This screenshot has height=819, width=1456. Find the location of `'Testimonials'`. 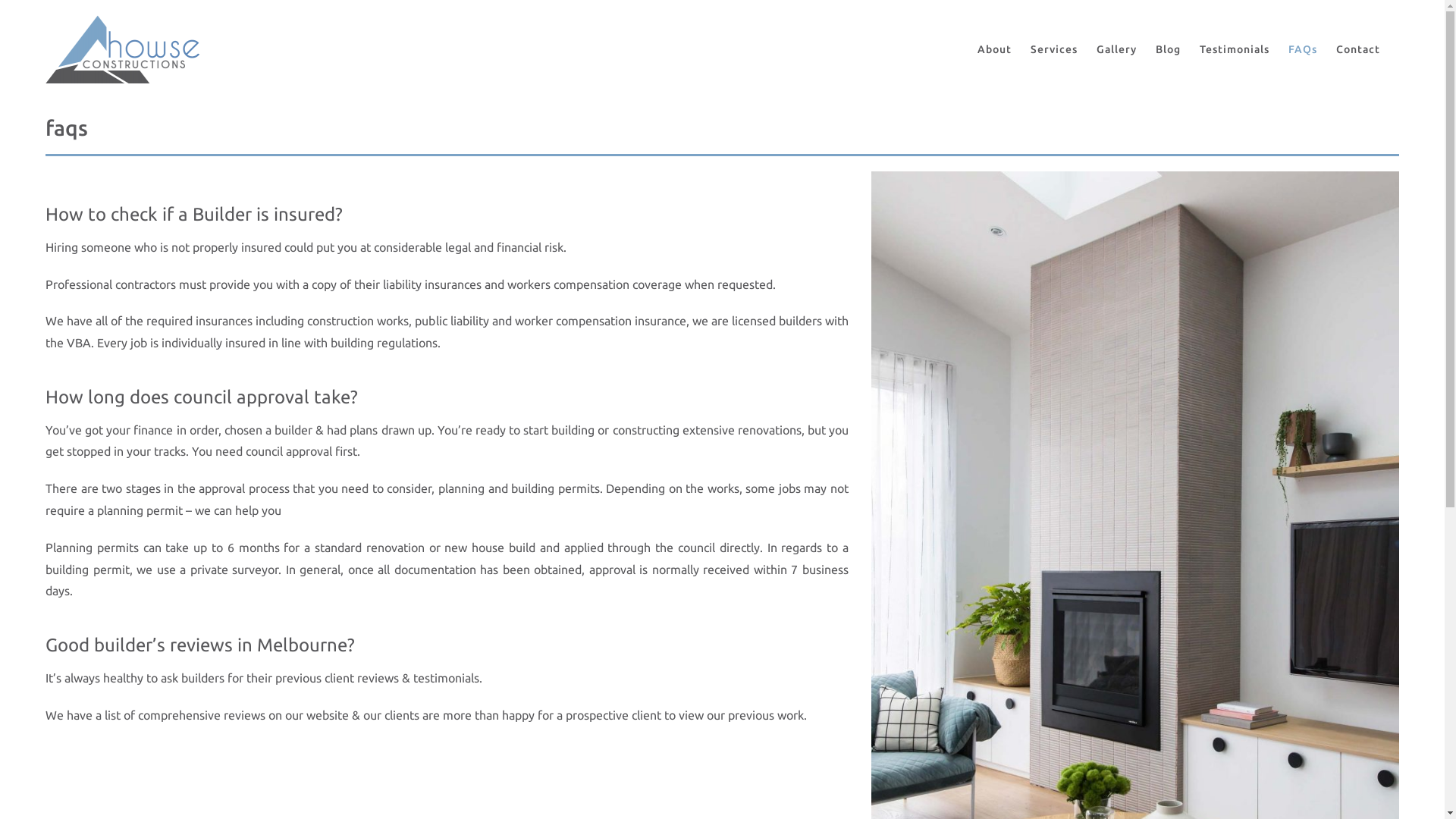

'Testimonials' is located at coordinates (1199, 49).